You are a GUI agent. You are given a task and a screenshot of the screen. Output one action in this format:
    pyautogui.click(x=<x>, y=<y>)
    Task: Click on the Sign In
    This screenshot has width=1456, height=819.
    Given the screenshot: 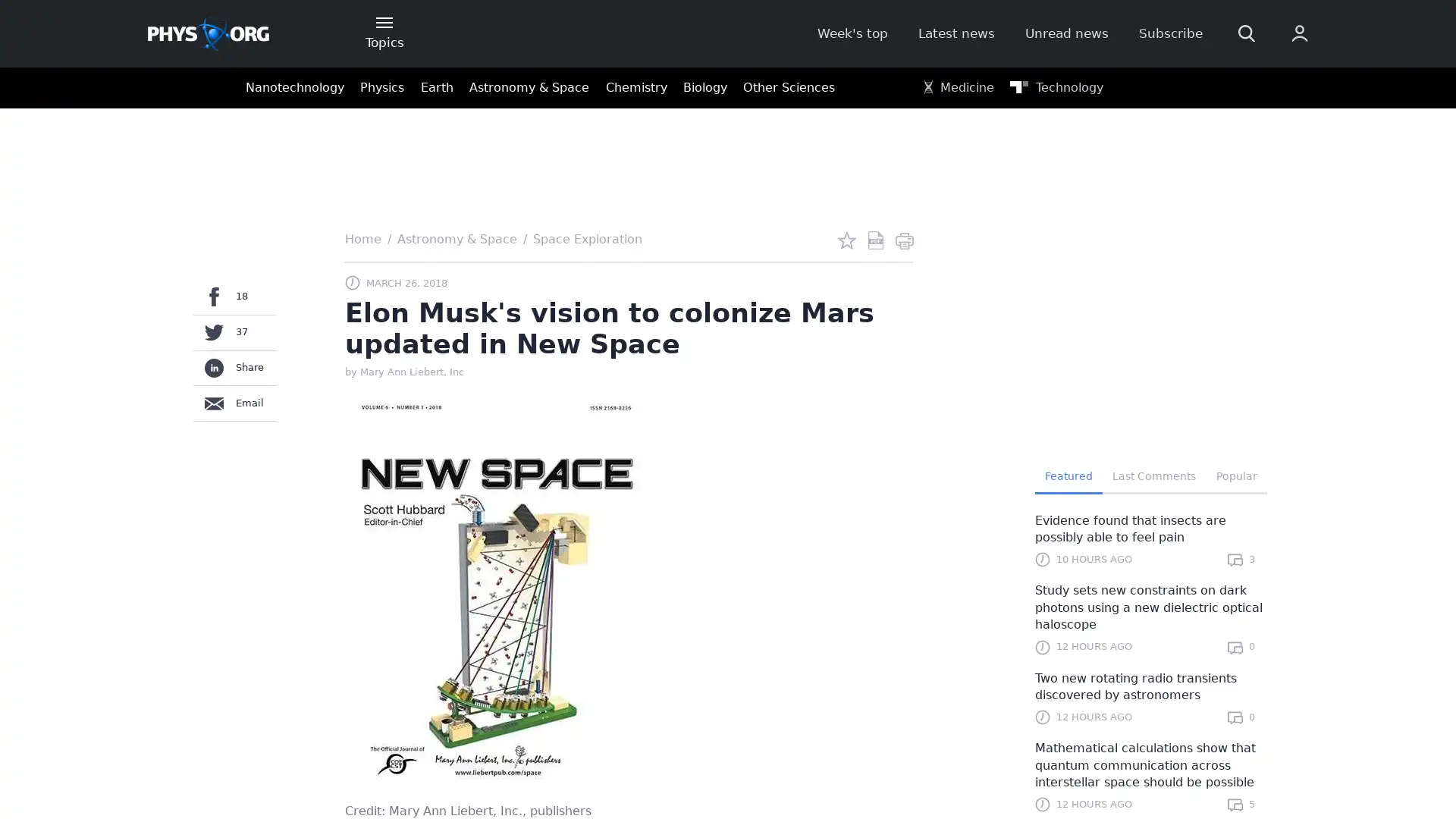 What is the action you would take?
    pyautogui.click(x=1112, y=256)
    